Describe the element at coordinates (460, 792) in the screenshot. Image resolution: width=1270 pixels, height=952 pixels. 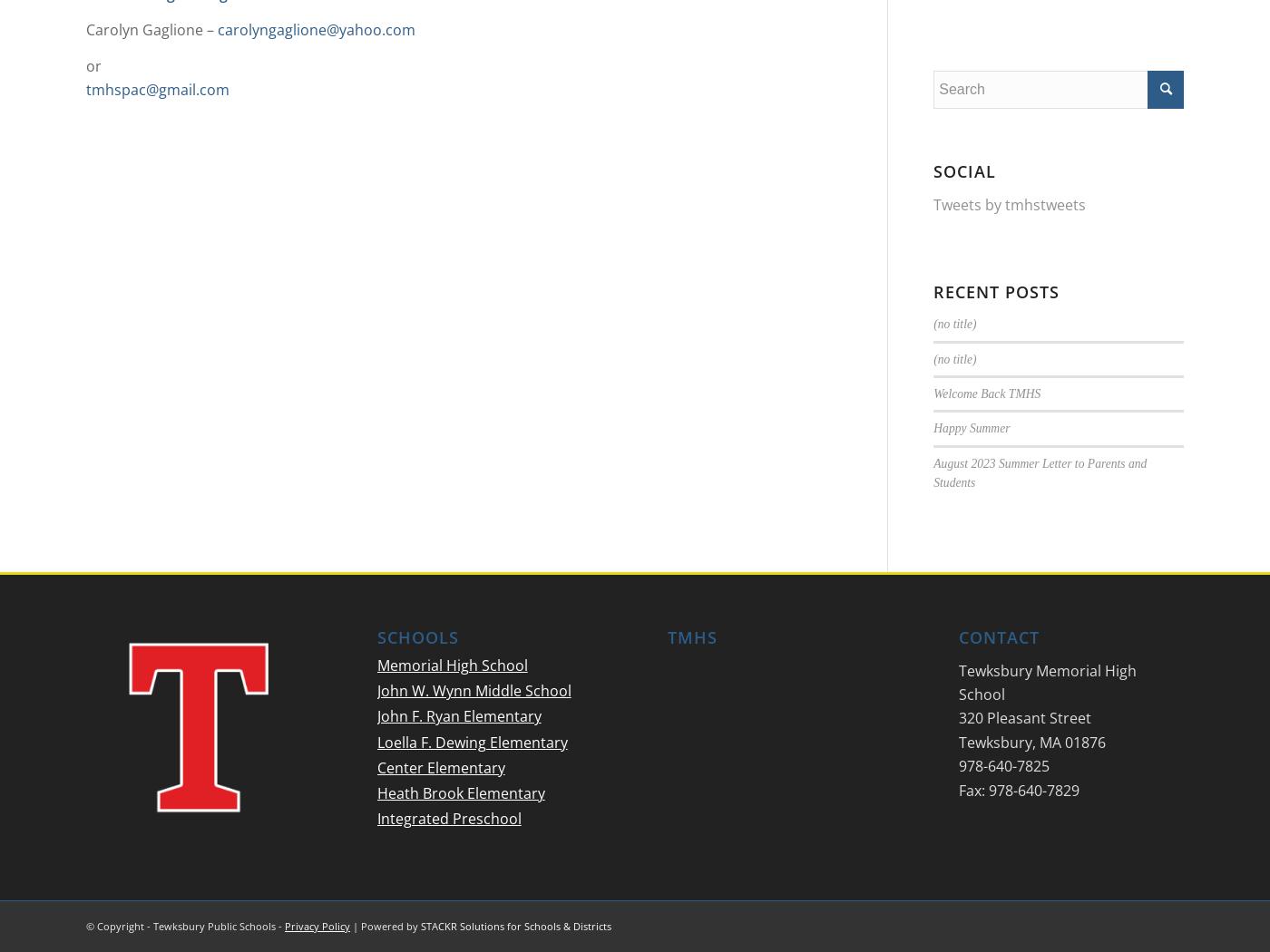
I see `'Heath Brook Elementary'` at that location.